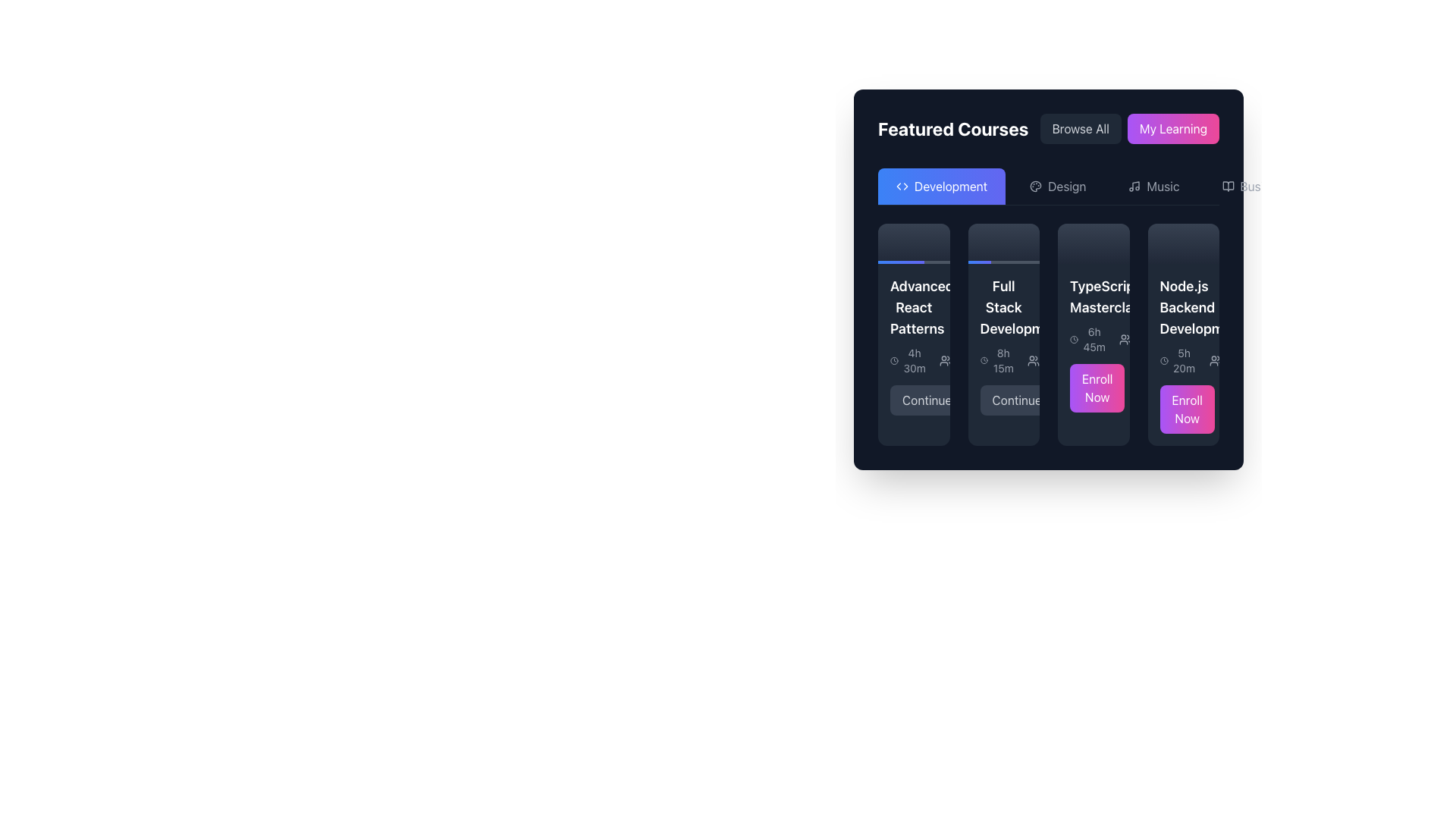  Describe the element at coordinates (1073, 339) in the screenshot. I see `the clock icon representing the course duration '6h 45m' in the 'TypeScript Masterclass' course details` at that location.